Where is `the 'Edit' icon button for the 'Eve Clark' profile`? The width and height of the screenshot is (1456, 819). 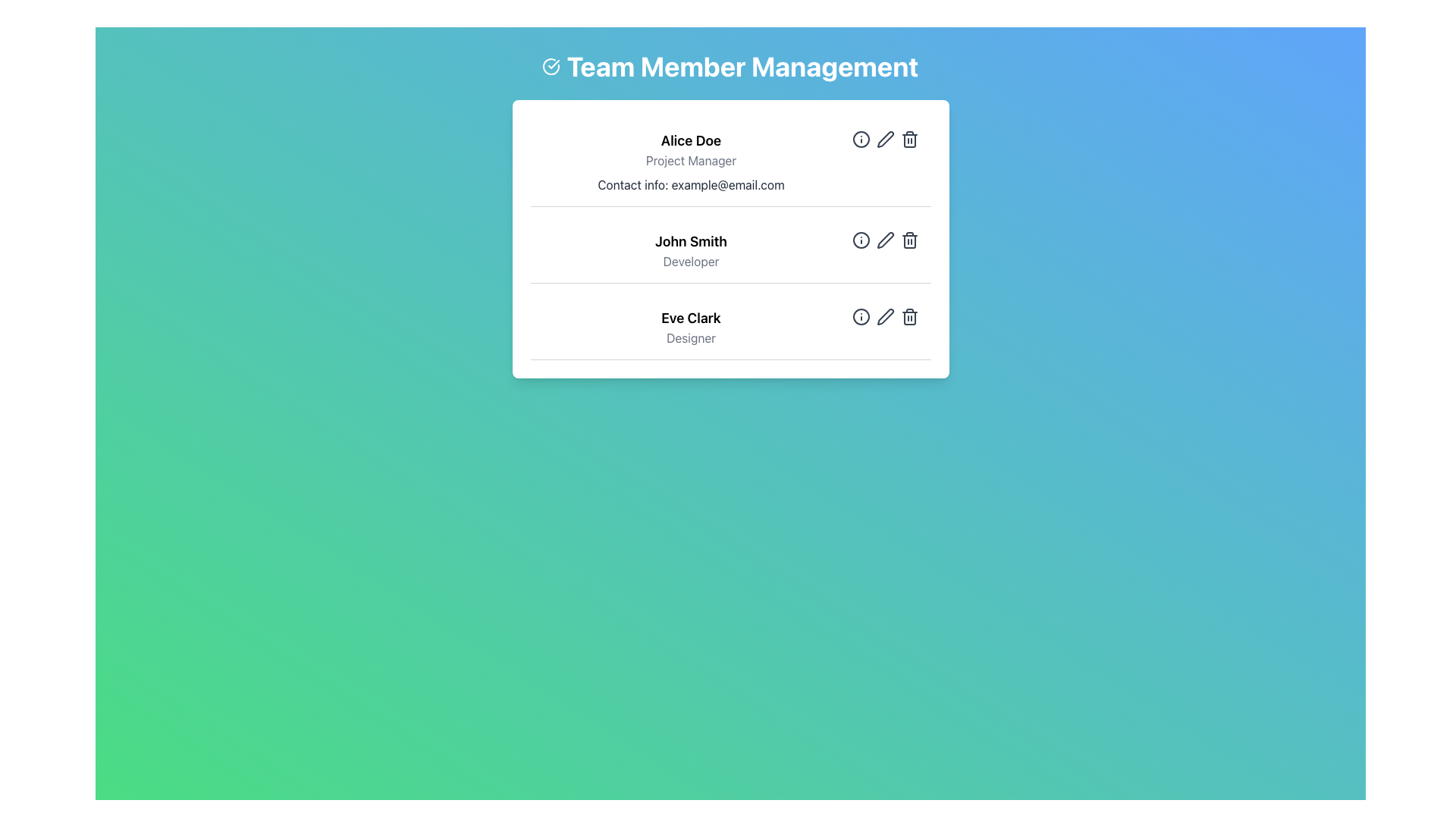 the 'Edit' icon button for the 'Eve Clark' profile is located at coordinates (885, 315).